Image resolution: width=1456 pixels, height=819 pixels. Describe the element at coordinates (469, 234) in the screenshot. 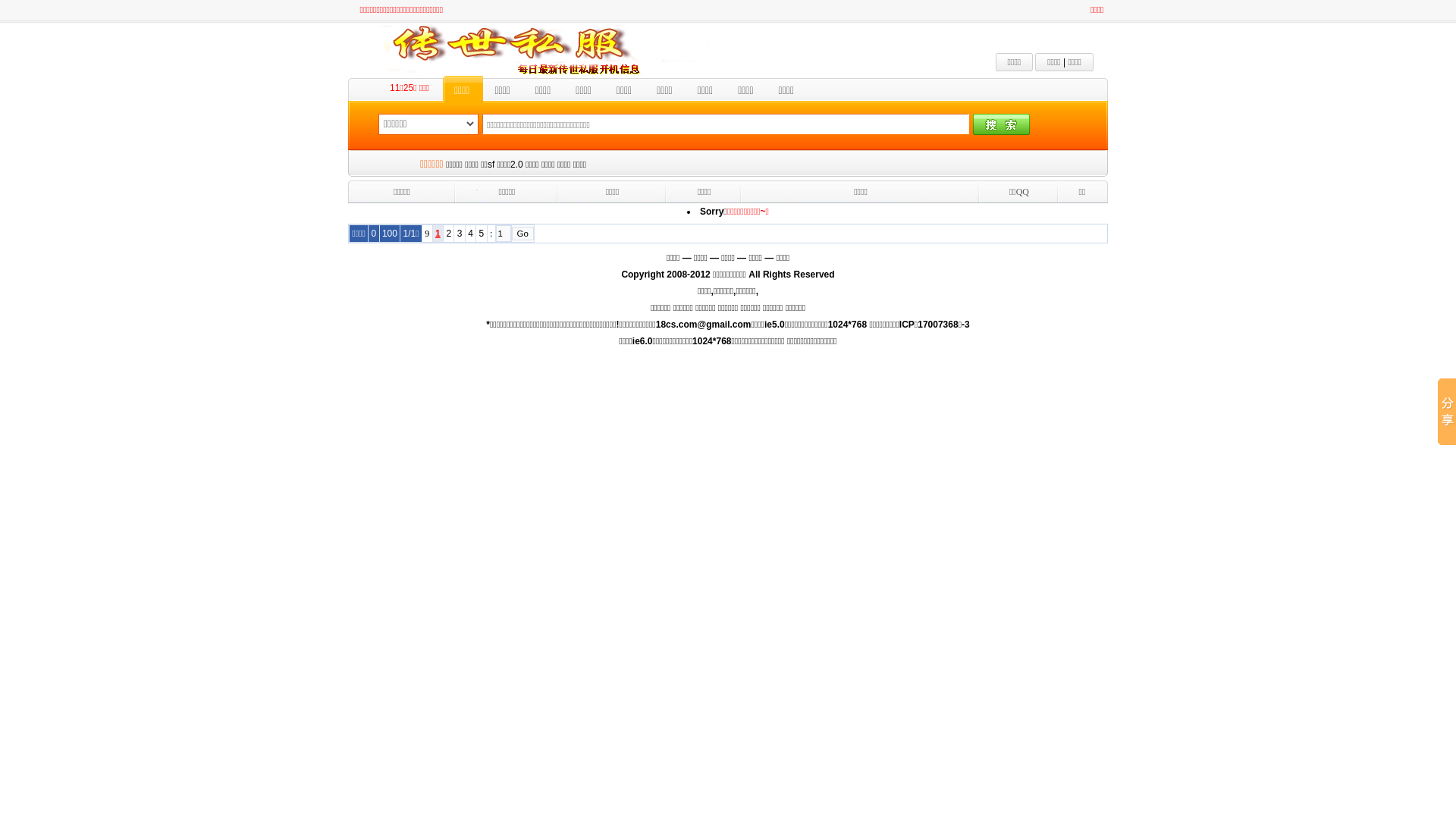

I see `'4'` at that location.